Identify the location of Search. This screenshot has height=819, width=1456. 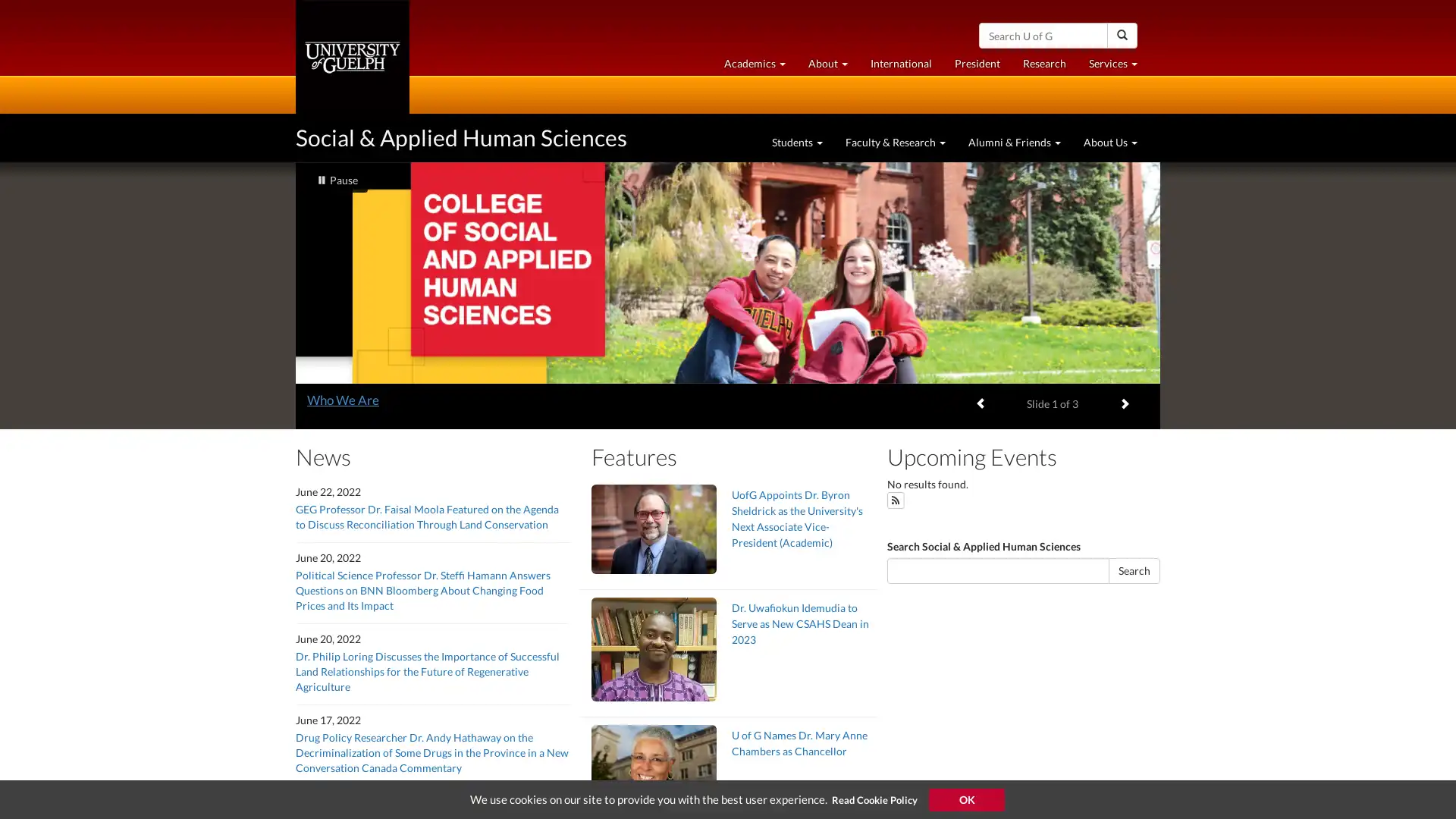
(1134, 350).